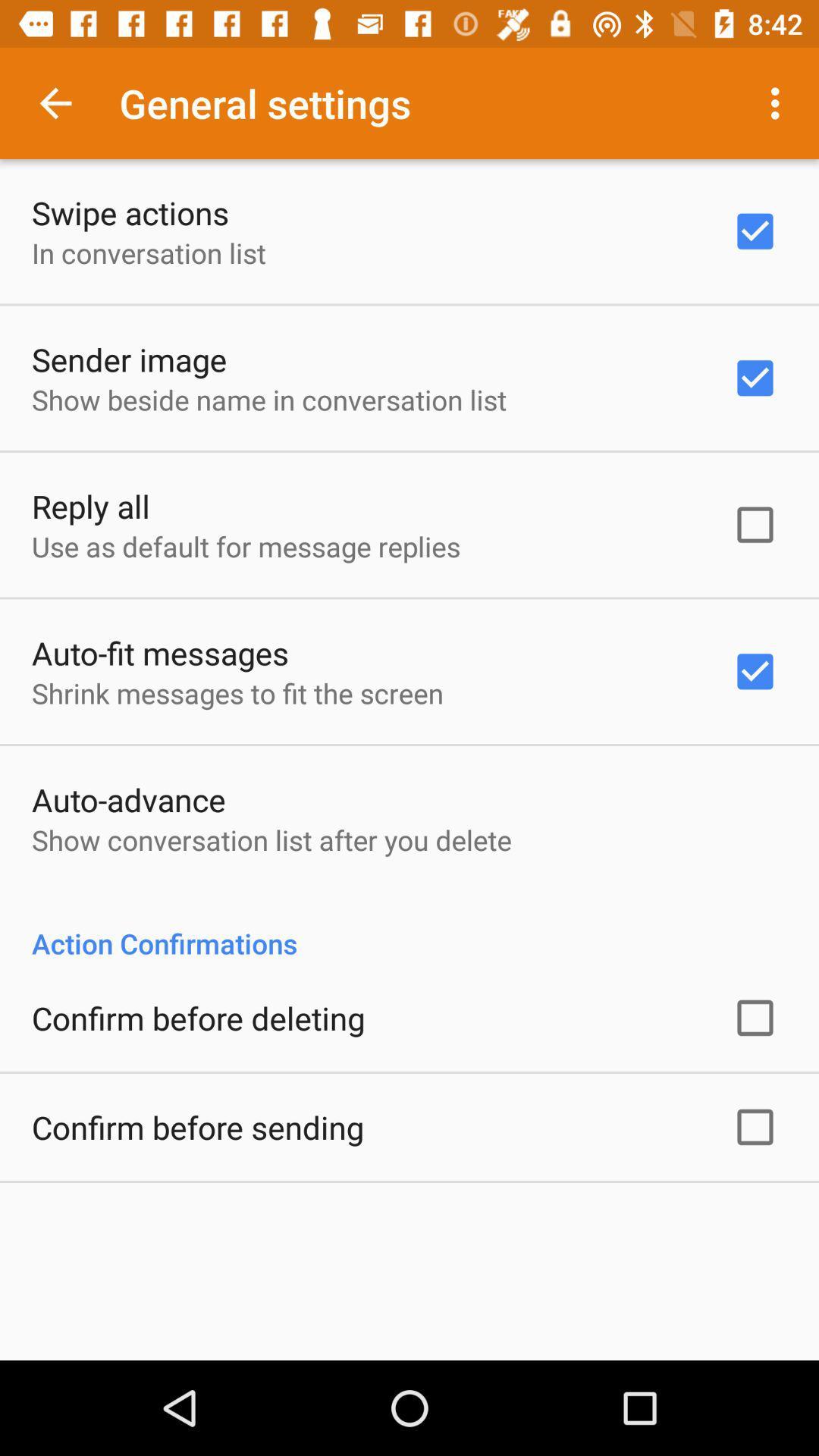 The image size is (819, 1456). What do you see at coordinates (779, 102) in the screenshot?
I see `app next to the general settings` at bounding box center [779, 102].